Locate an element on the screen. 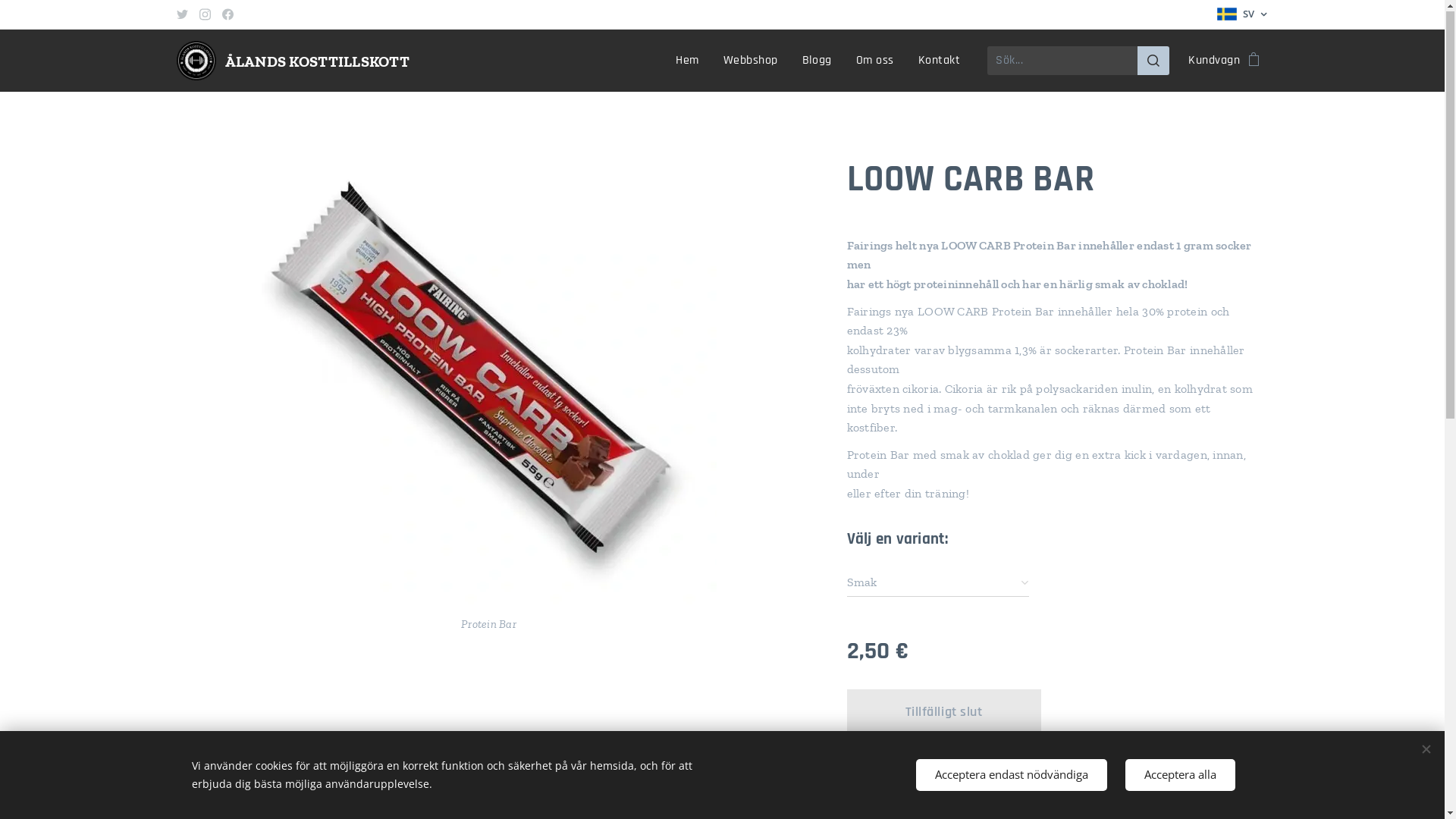 The height and width of the screenshot is (819, 1456). 'Kontakt' is located at coordinates (906, 61).